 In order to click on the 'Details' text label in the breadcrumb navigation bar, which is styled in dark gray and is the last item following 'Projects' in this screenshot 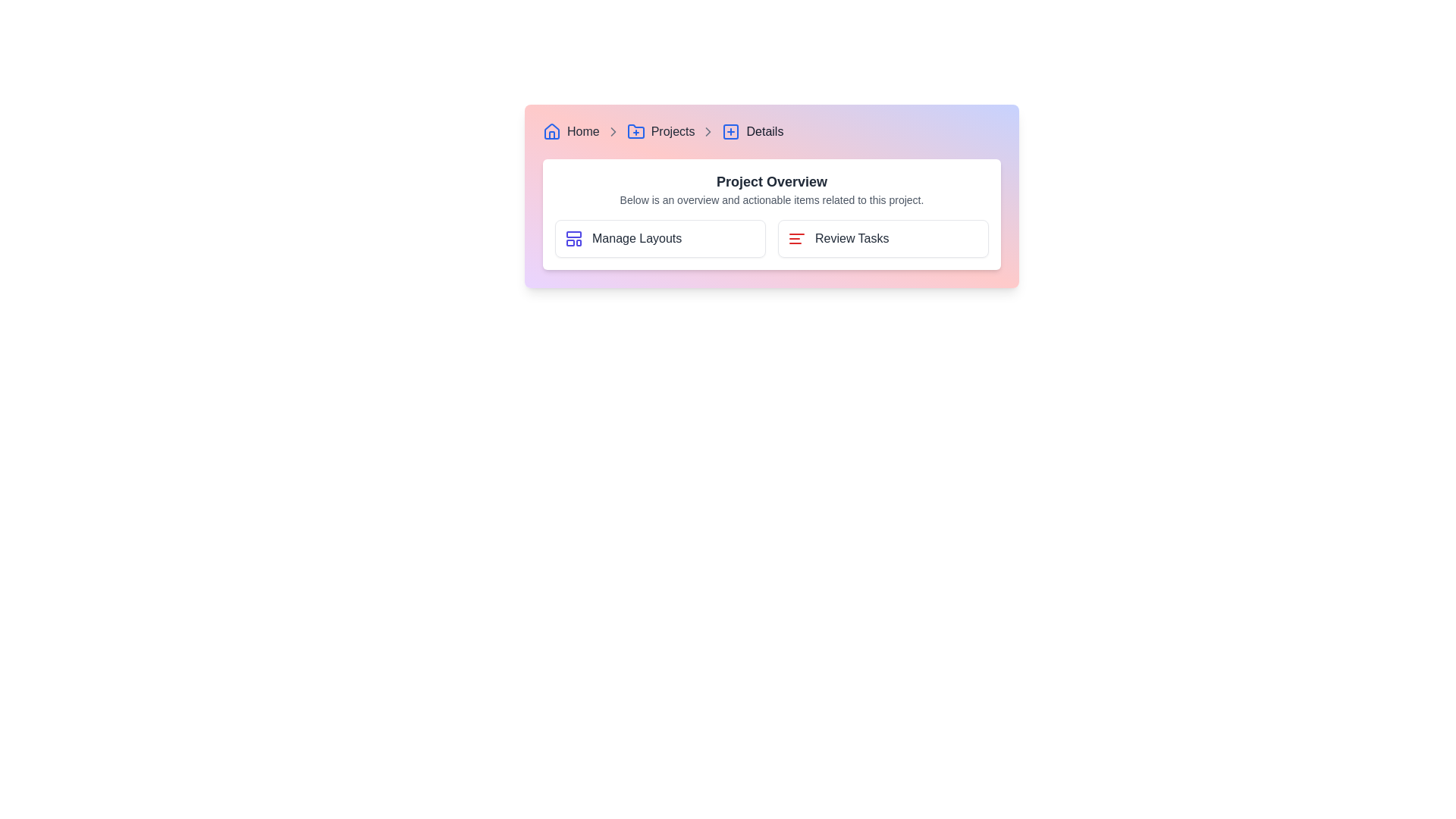, I will do `click(764, 130)`.